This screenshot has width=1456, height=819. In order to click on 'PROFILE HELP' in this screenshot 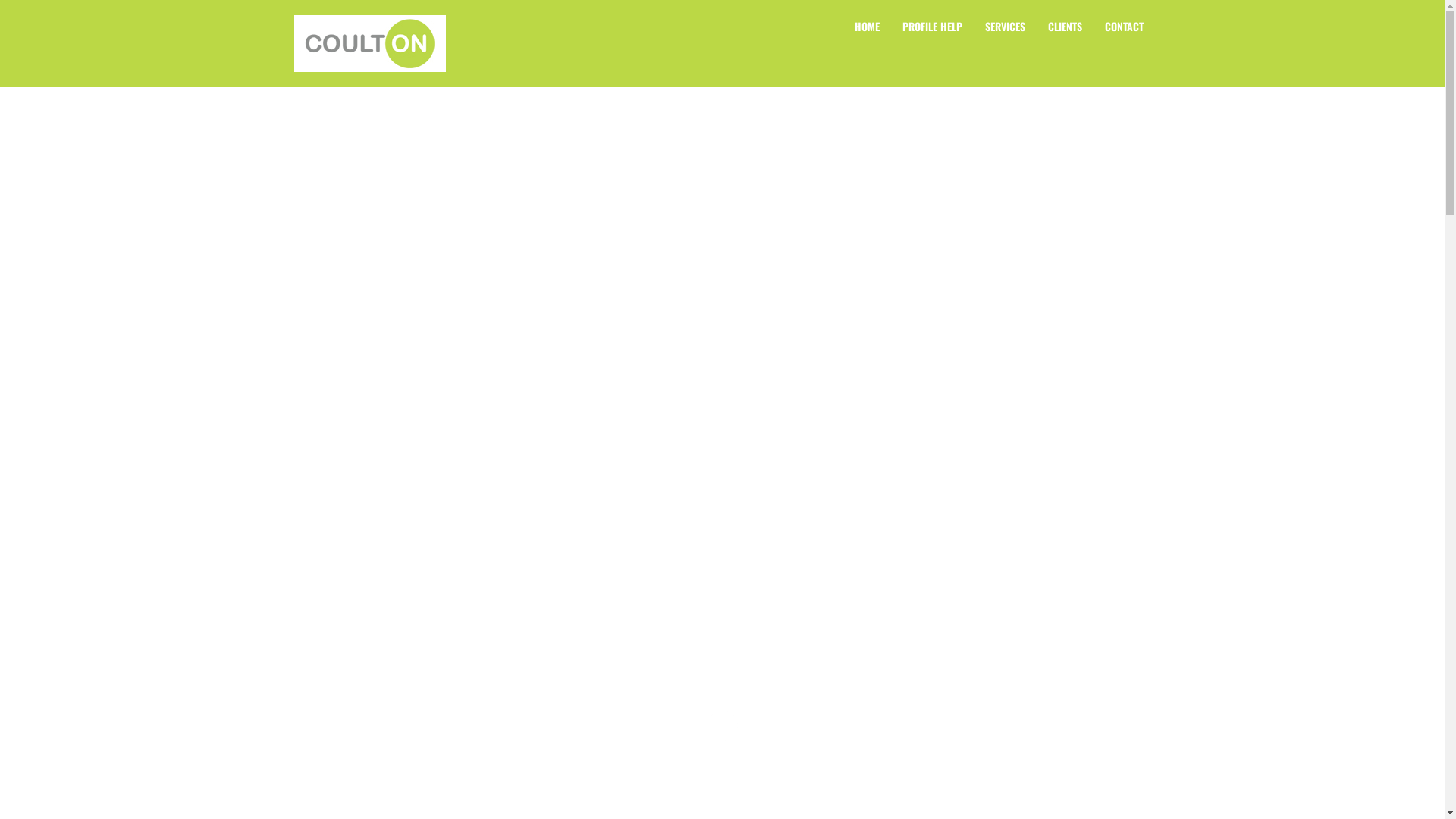, I will do `click(930, 26)`.